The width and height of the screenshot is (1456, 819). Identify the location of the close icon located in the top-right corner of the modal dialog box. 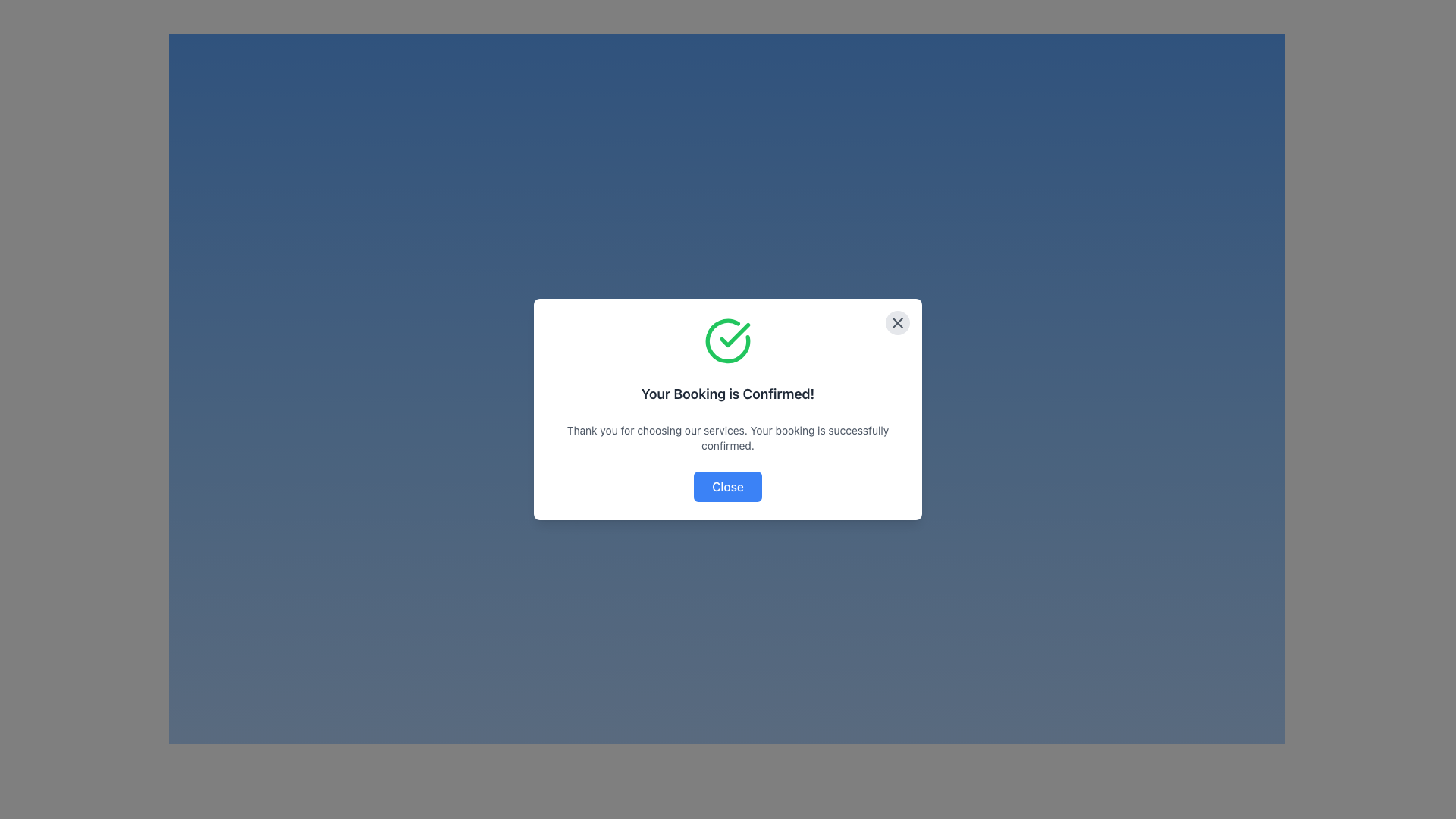
(898, 322).